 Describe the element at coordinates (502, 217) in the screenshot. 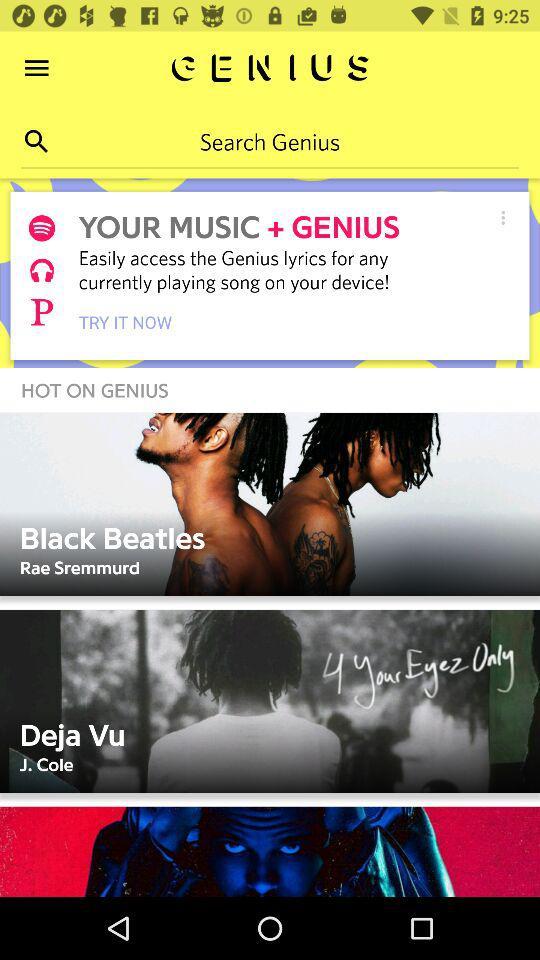

I see `option` at that location.